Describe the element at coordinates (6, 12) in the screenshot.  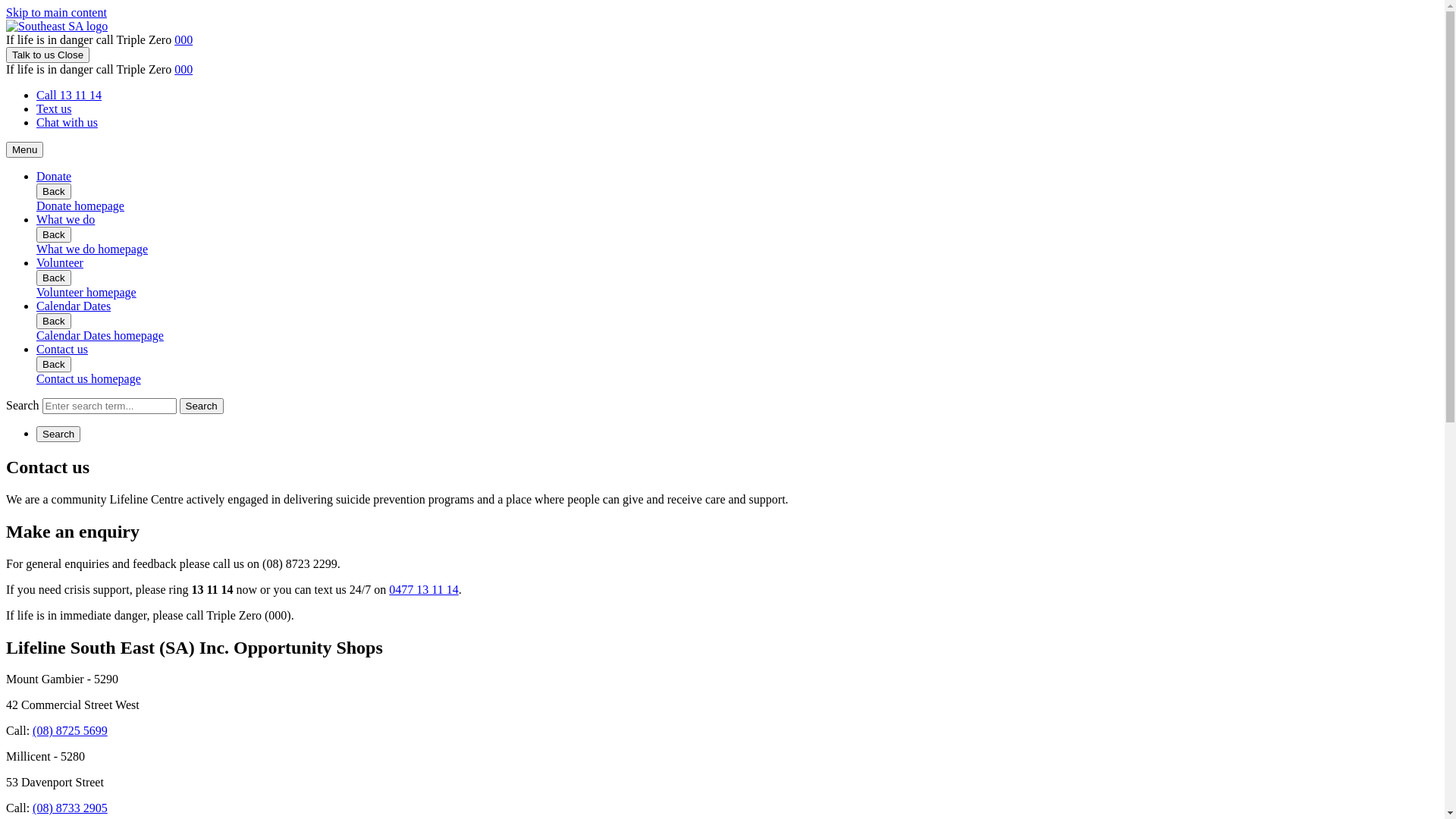
I see `'Skip to main content'` at that location.